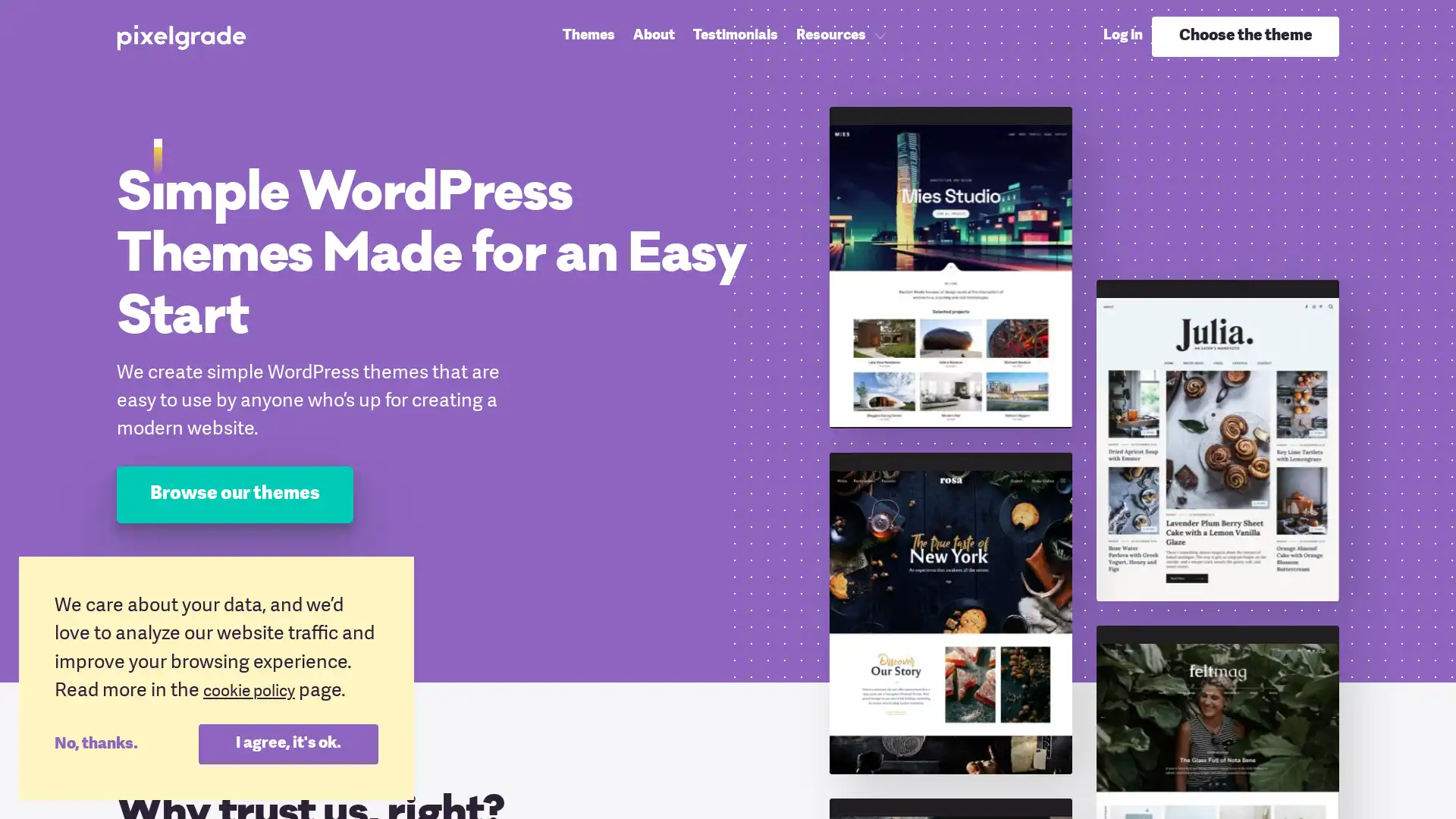 The image size is (1456, 819). What do you see at coordinates (287, 742) in the screenshot?
I see `I agree, it's ok.` at bounding box center [287, 742].